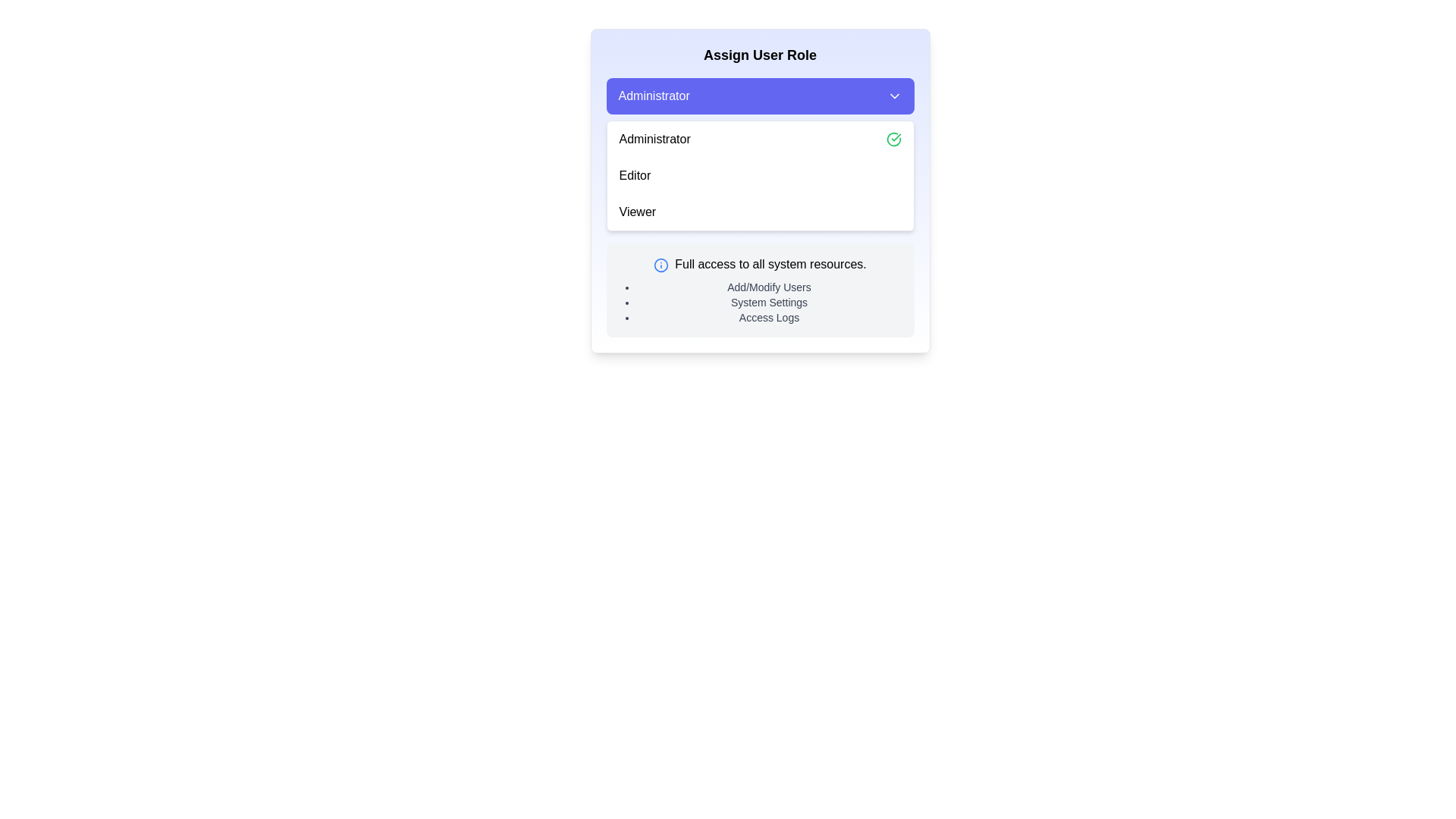 The width and height of the screenshot is (1456, 819). What do you see at coordinates (893, 140) in the screenshot?
I see `the visual icon indicating that the 'Administrator' option is currently selected in the dropdown menu, located to the right of the text 'Administrator'` at bounding box center [893, 140].